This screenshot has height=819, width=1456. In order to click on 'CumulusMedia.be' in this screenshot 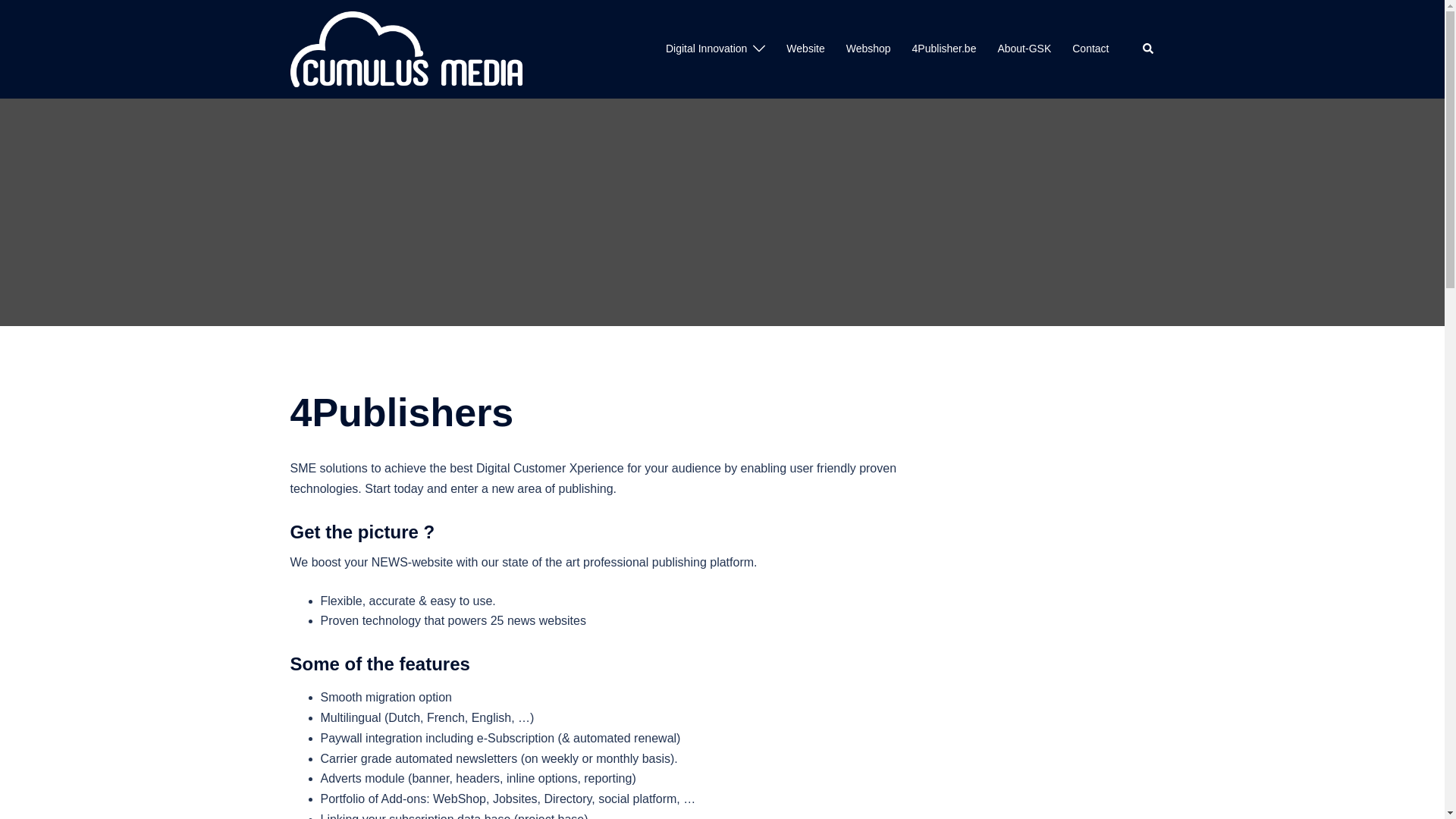, I will do `click(406, 47)`.